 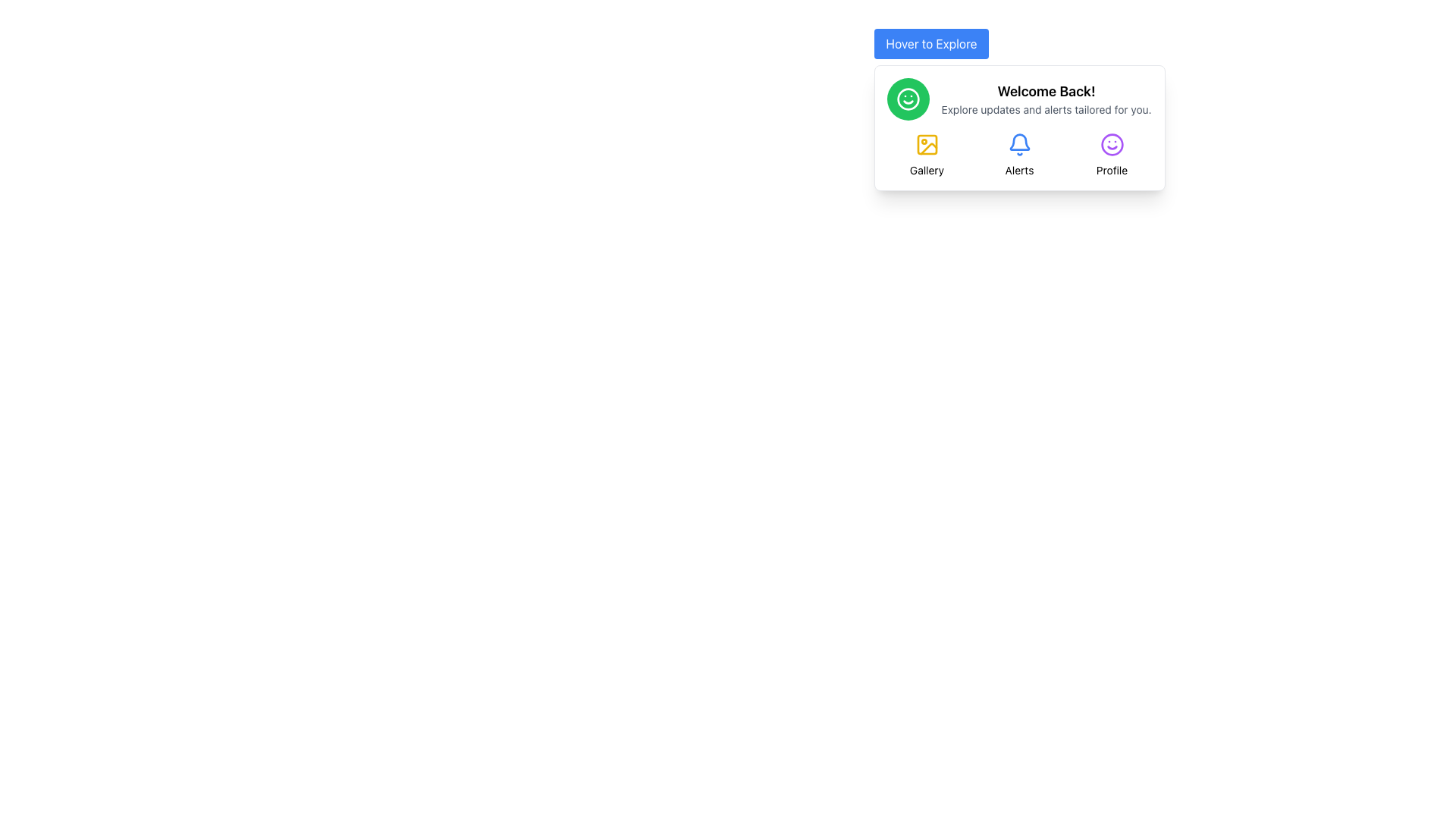 What do you see at coordinates (926, 170) in the screenshot?
I see `text content of the 'Gallery' text label, which is a small font label located below a picture frame icon` at bounding box center [926, 170].